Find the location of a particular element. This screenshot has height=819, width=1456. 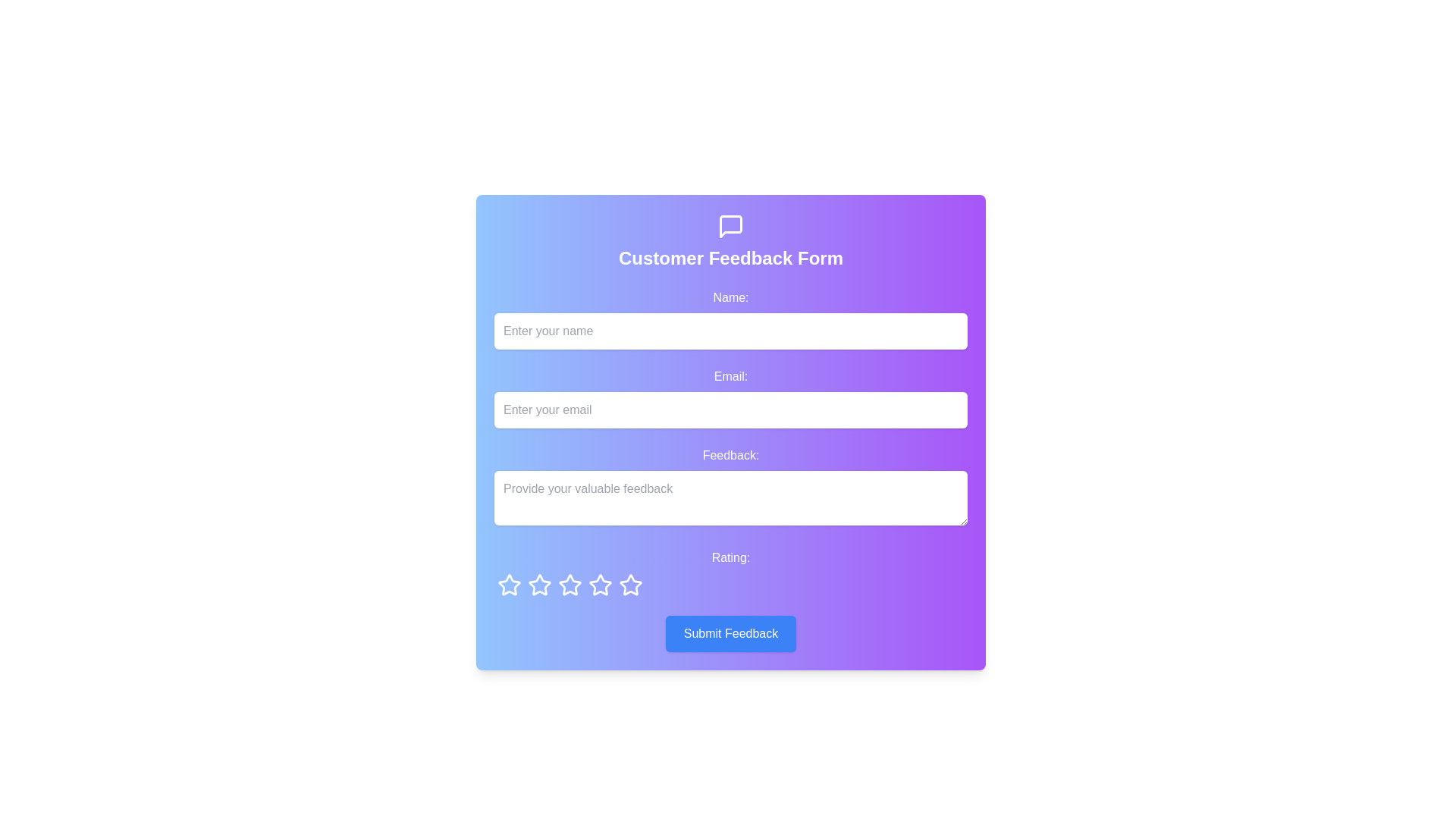

the speech bubble icon, which has a colored border and no fill, positioned above the feedback form's title is located at coordinates (731, 227).